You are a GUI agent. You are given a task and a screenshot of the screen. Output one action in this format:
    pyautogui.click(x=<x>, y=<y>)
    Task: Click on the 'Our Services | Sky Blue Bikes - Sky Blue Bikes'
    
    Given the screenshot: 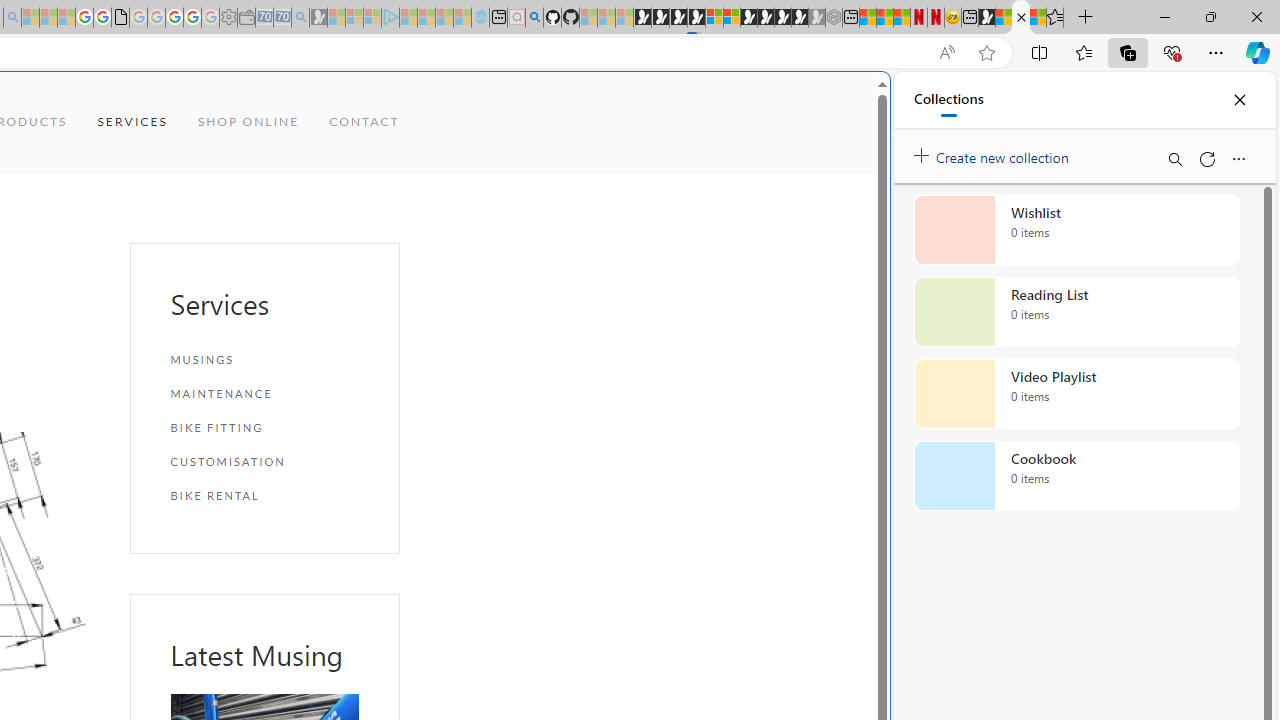 What is the action you would take?
    pyautogui.click(x=1020, y=17)
    